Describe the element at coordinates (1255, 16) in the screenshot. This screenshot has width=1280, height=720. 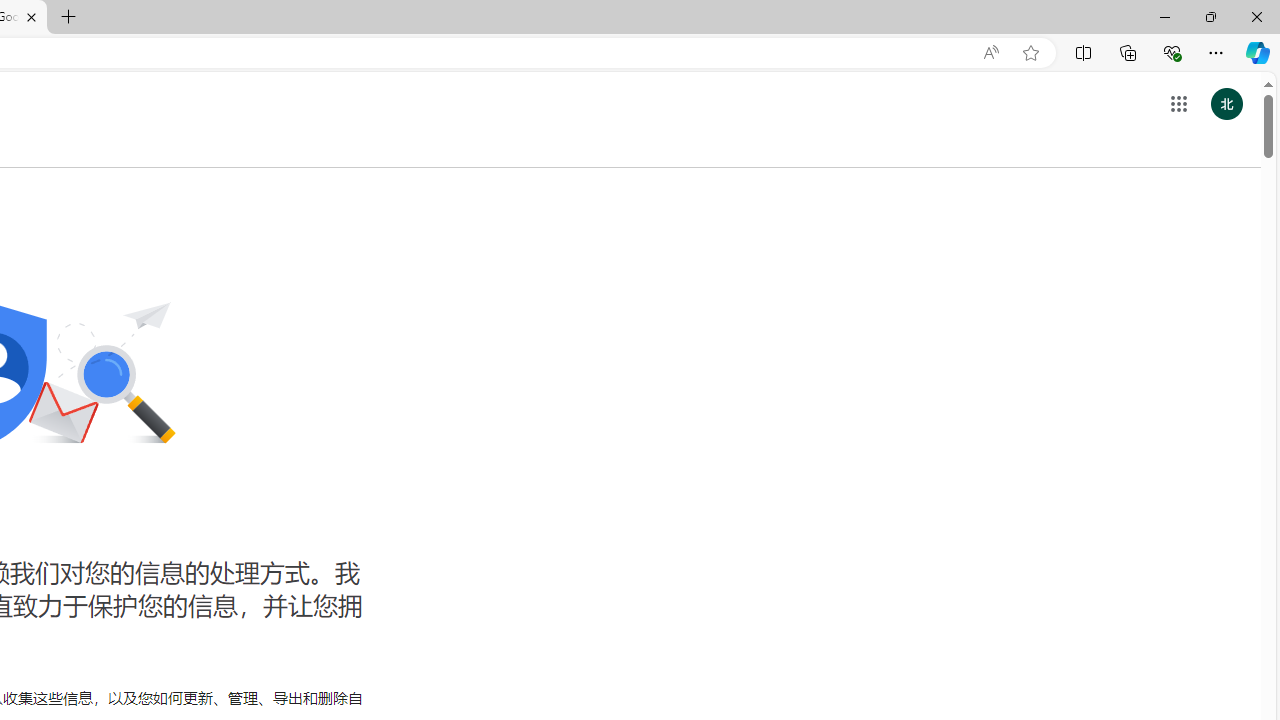
I see `'Close'` at that location.